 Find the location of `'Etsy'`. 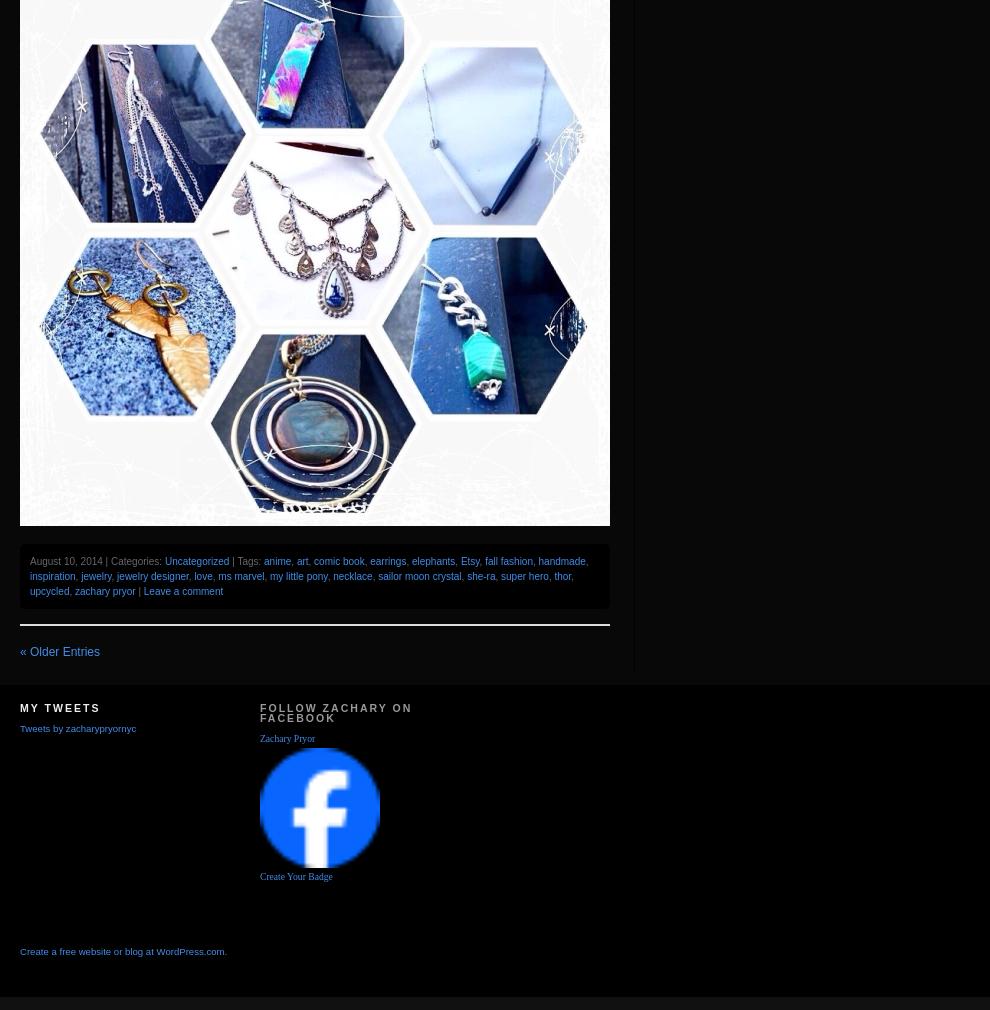

'Etsy' is located at coordinates (469, 560).